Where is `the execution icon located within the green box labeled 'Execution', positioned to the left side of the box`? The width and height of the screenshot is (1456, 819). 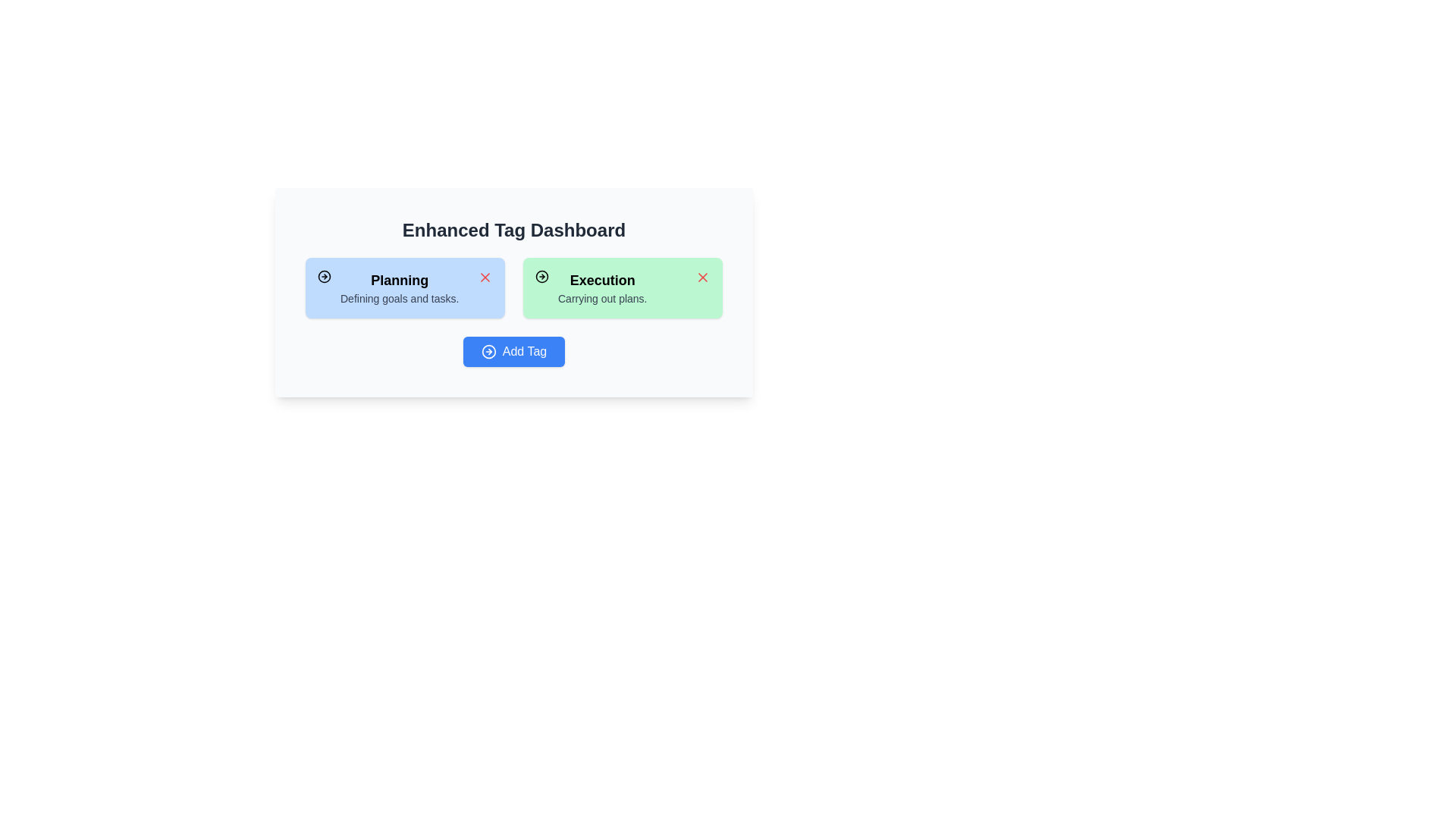 the execution icon located within the green box labeled 'Execution', positioned to the left side of the box is located at coordinates (542, 277).